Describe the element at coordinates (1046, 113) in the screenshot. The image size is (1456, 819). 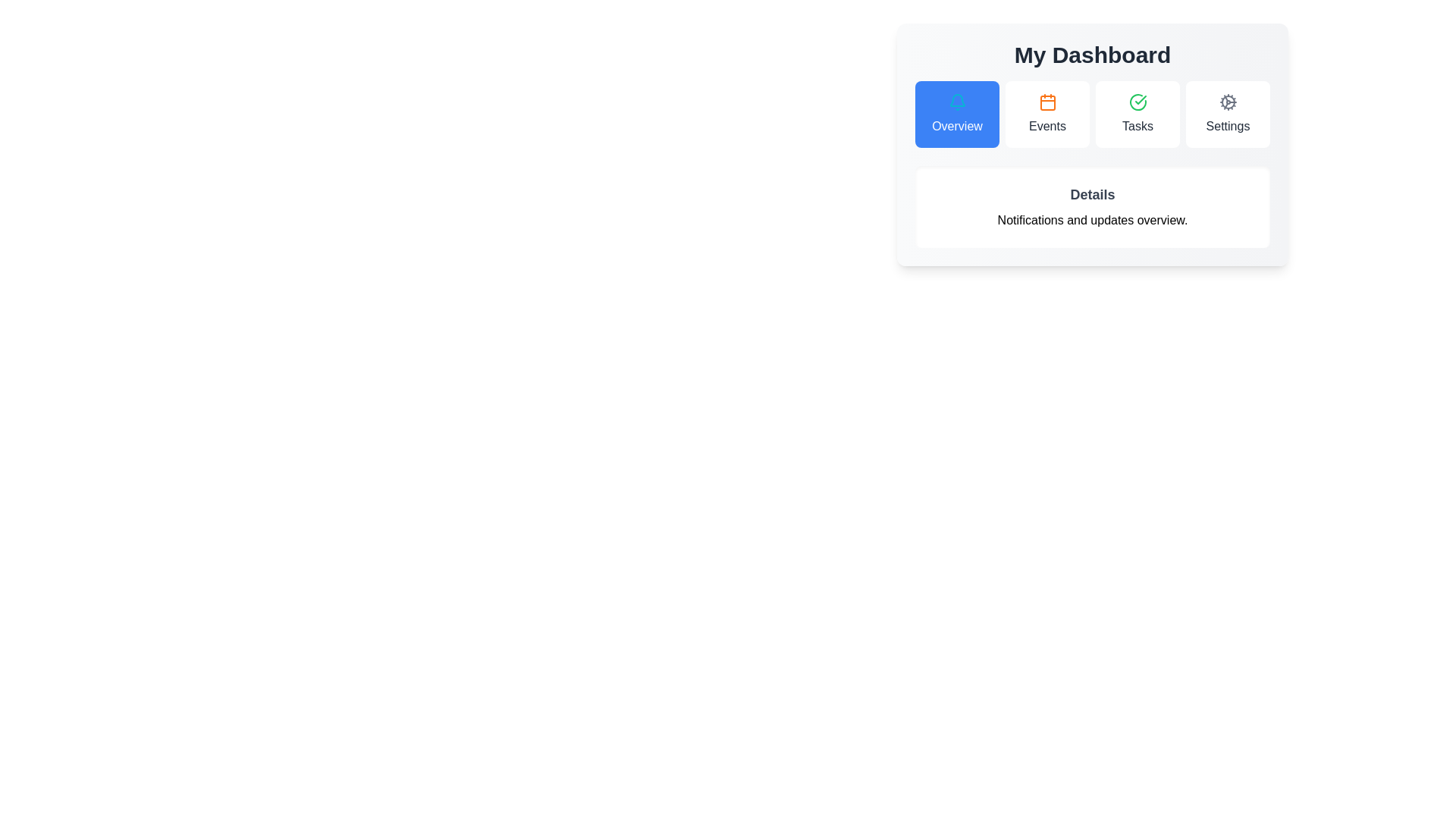
I see `the tab labeled Events by clicking its button` at that location.